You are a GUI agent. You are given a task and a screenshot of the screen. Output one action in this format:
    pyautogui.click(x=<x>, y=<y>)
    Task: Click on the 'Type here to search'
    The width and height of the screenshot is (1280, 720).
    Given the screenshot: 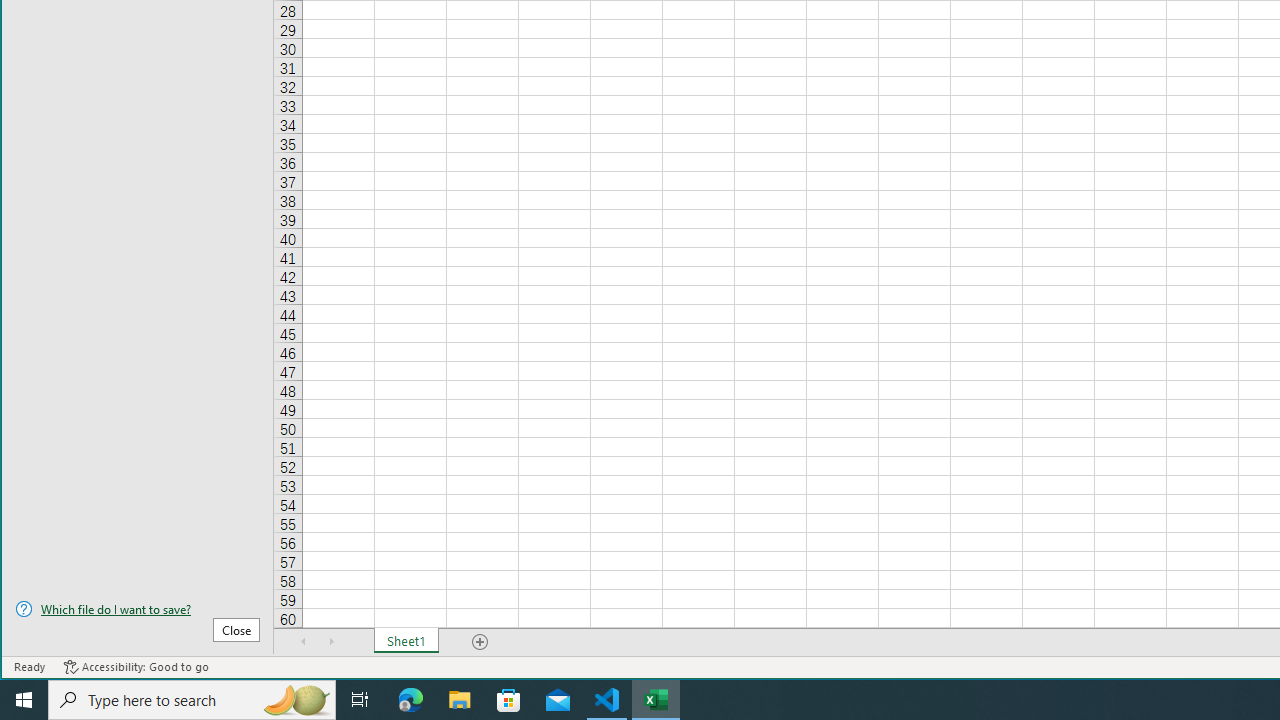 What is the action you would take?
    pyautogui.click(x=192, y=698)
    